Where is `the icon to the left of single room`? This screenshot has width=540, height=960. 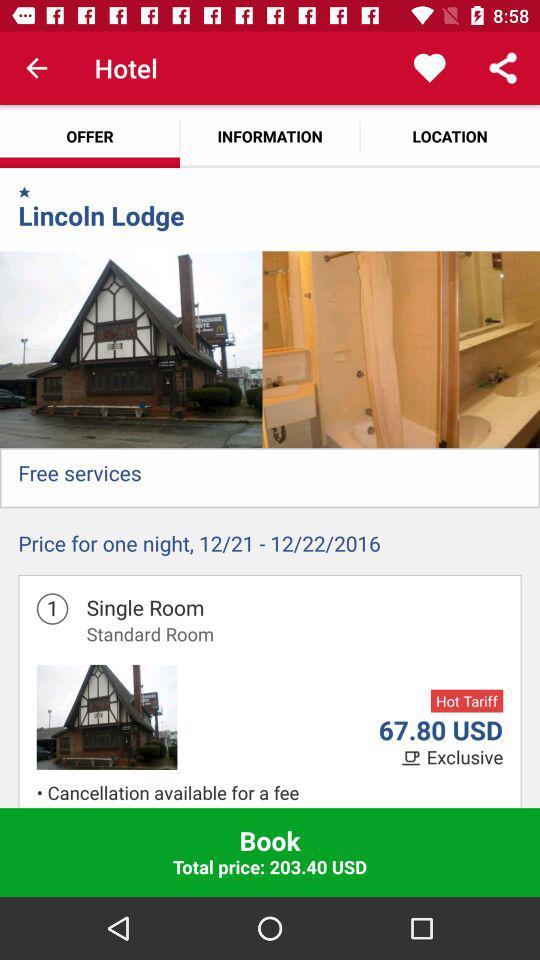
the icon to the left of single room is located at coordinates (52, 608).